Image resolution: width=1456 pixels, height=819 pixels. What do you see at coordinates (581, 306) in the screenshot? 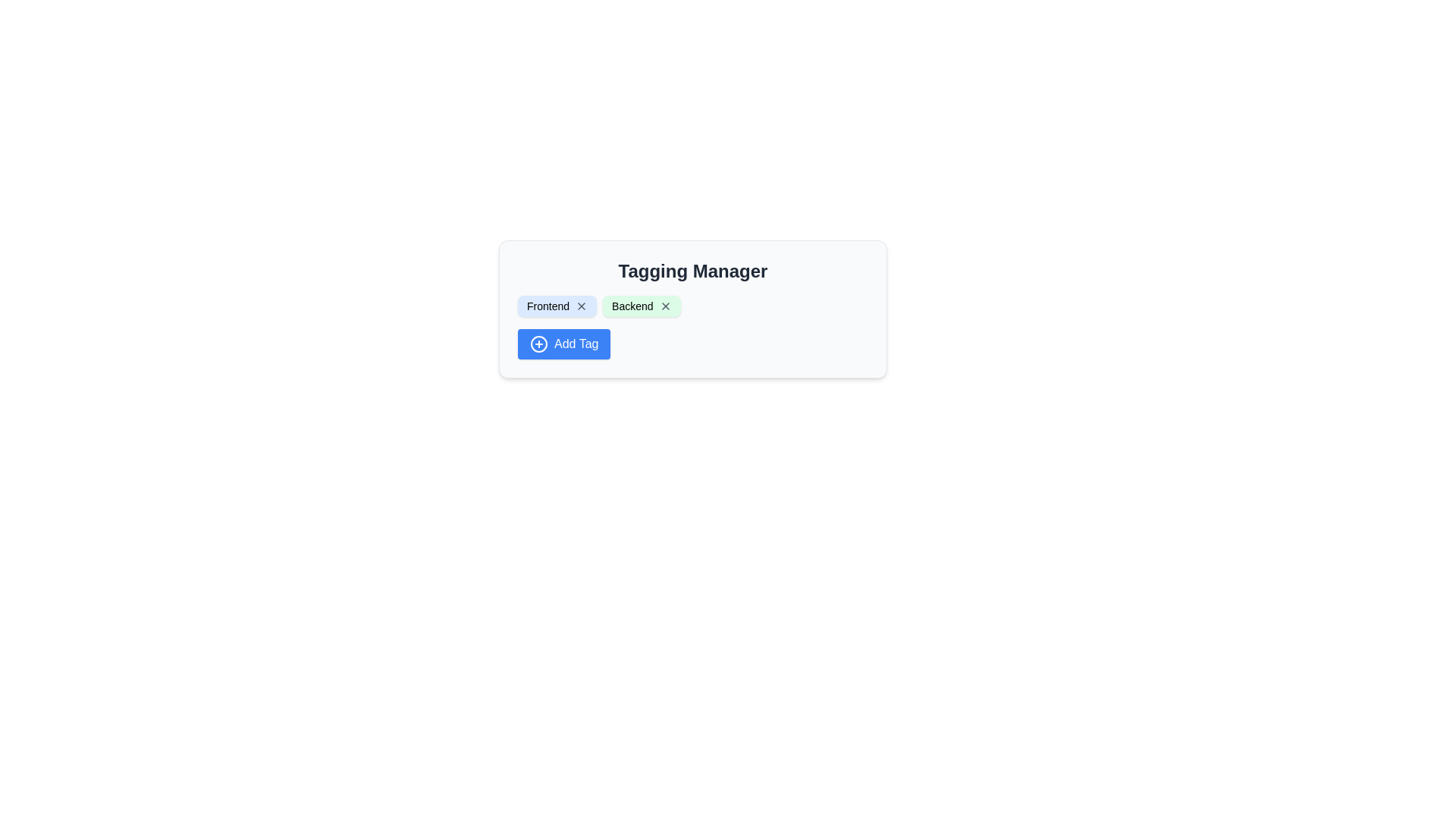
I see `the close button icon resembling an 'X' located` at bounding box center [581, 306].